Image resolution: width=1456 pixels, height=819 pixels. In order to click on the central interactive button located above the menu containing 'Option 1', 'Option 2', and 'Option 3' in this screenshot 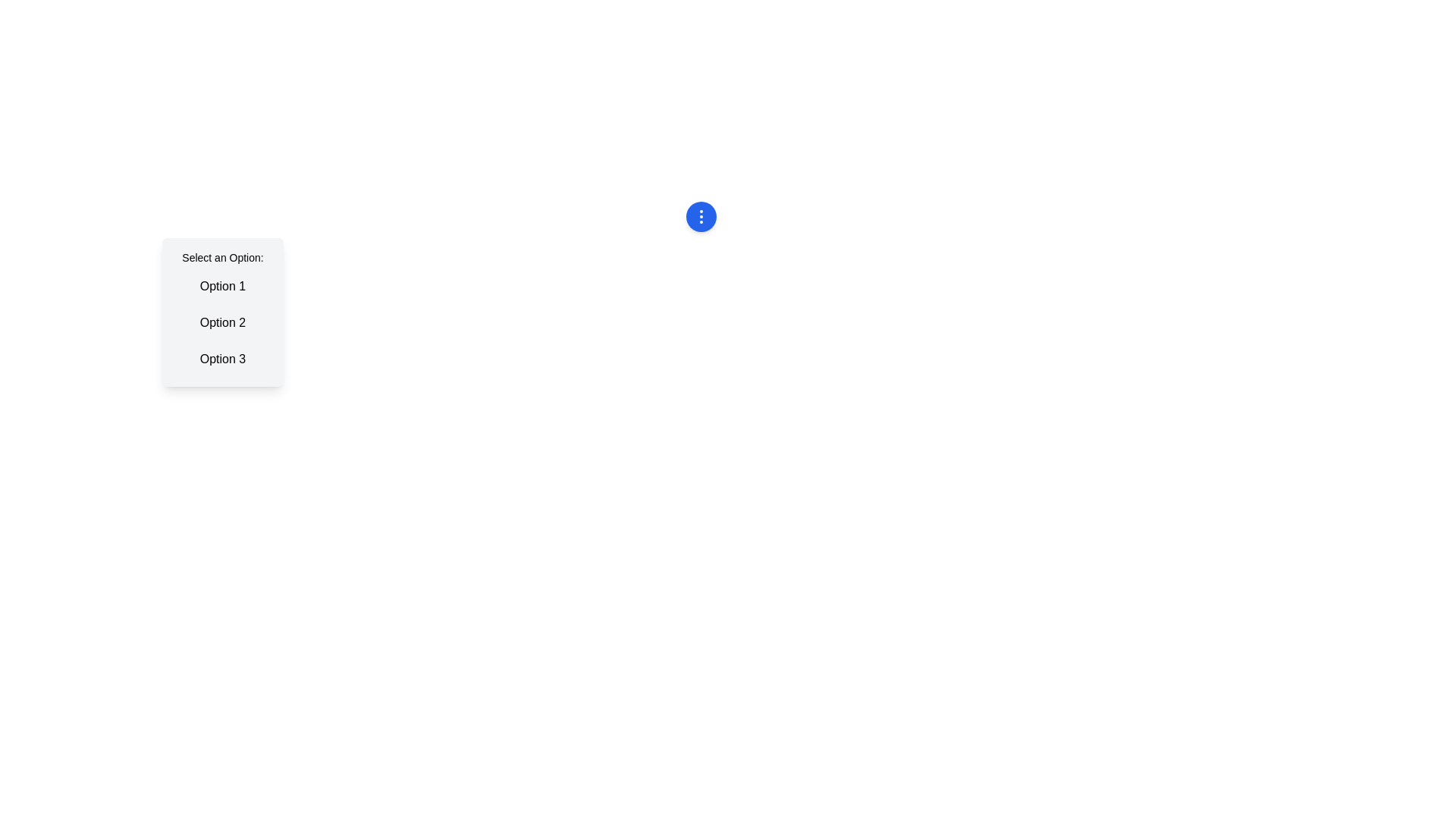, I will do `click(700, 216)`.